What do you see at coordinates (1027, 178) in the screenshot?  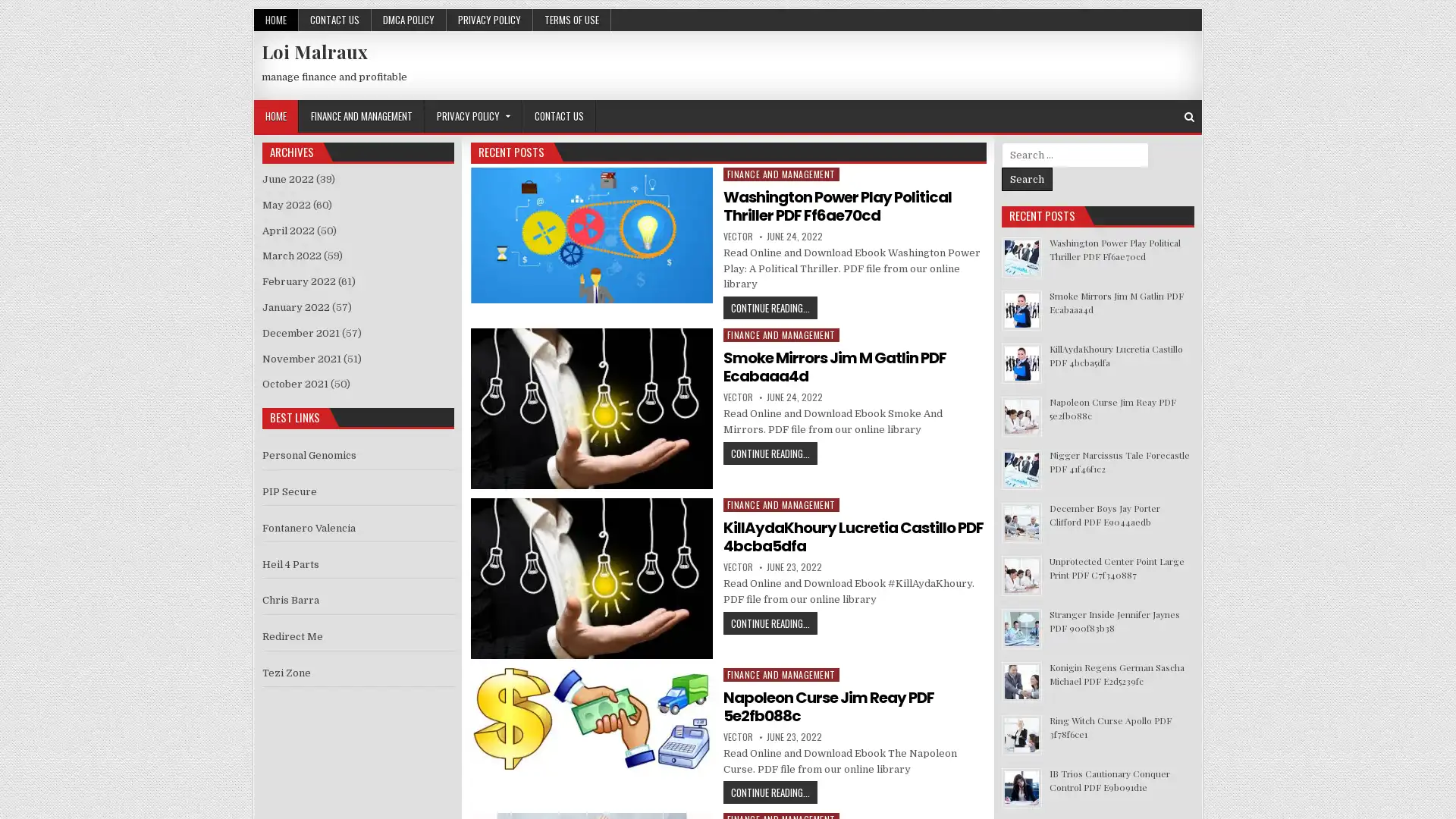 I see `Search` at bounding box center [1027, 178].